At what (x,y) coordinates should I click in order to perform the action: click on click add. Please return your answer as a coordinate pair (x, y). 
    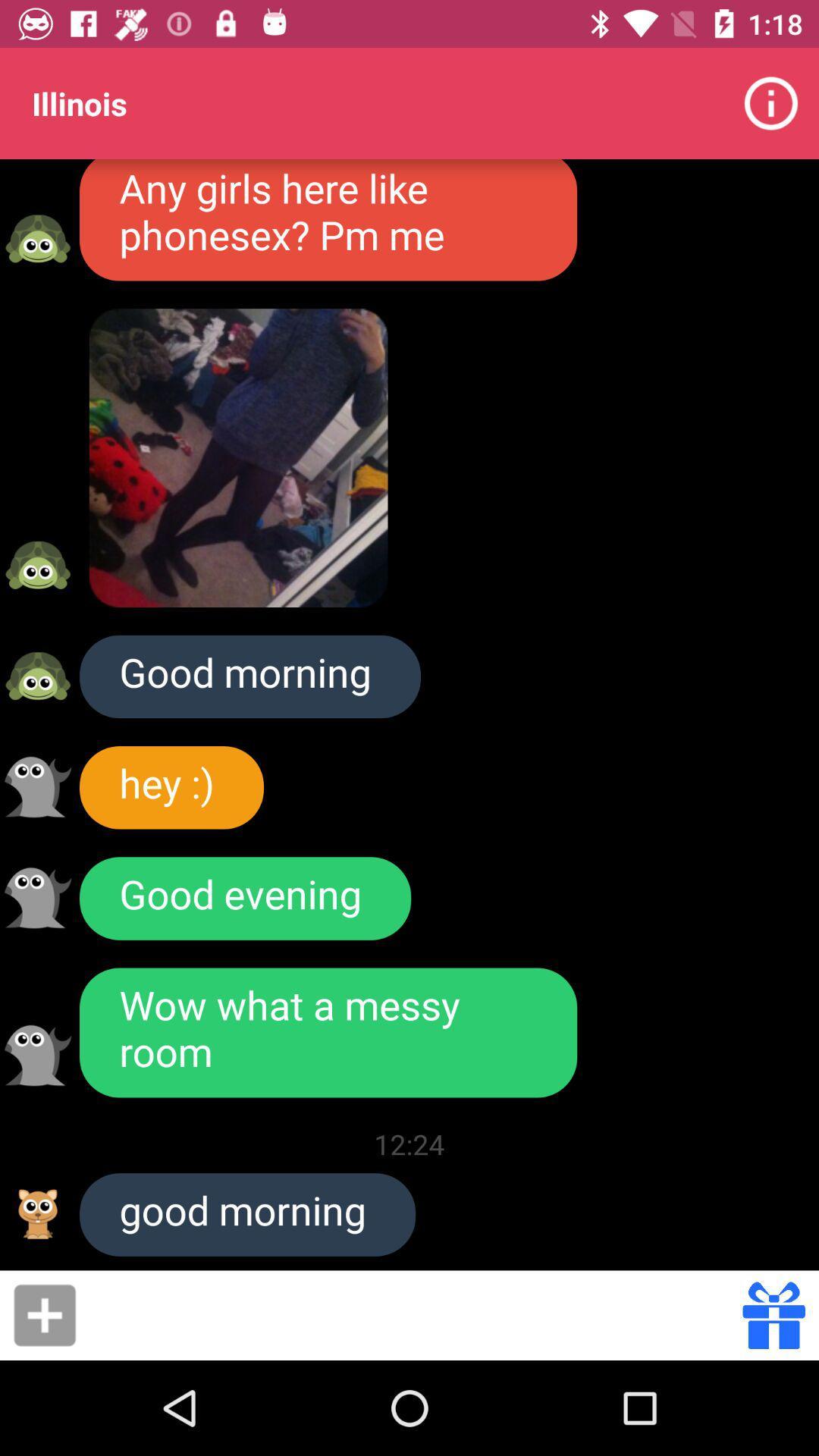
    Looking at the image, I should click on (44, 1314).